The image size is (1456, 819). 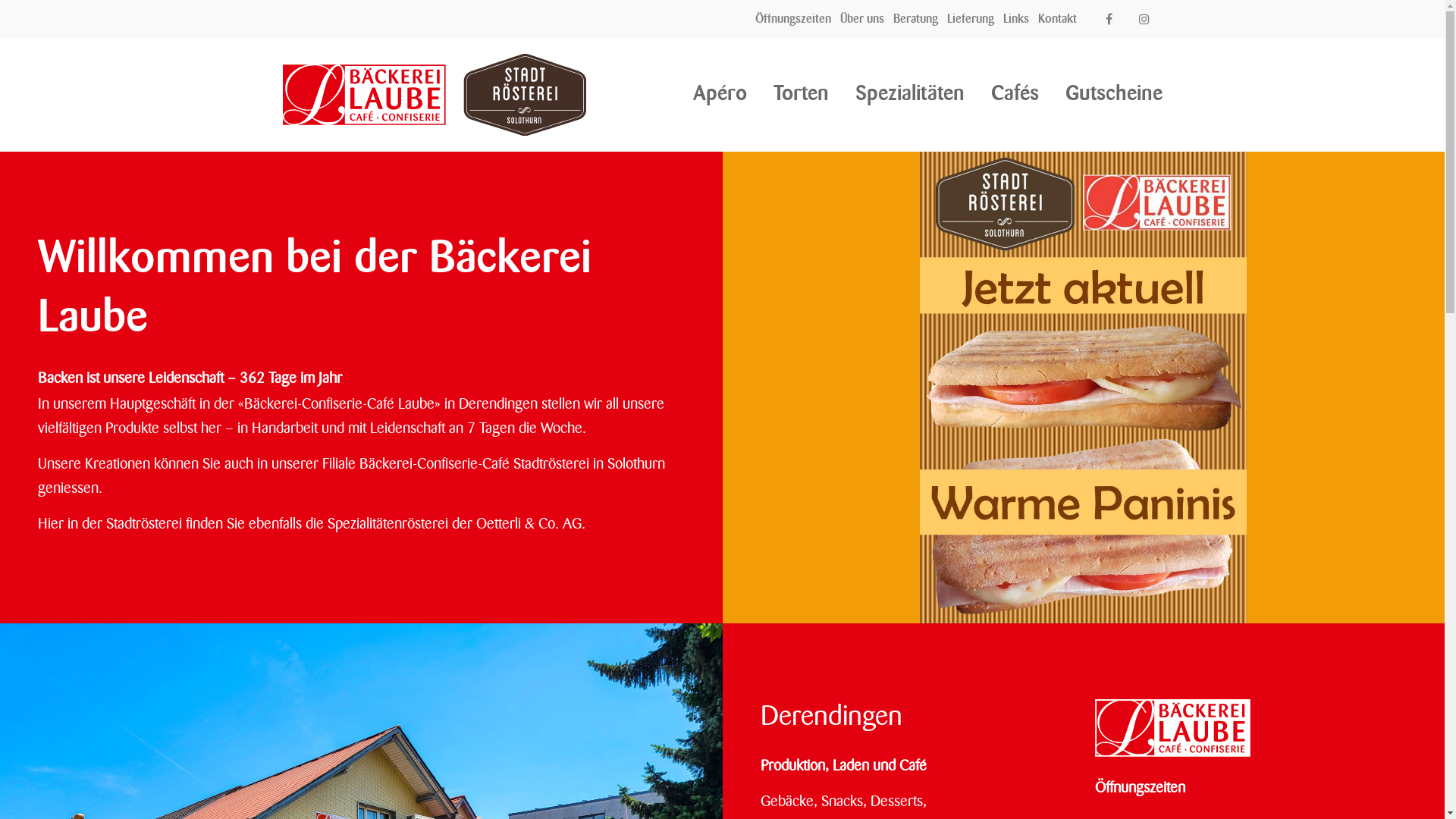 What do you see at coordinates (1015, 18) in the screenshot?
I see `'Links'` at bounding box center [1015, 18].